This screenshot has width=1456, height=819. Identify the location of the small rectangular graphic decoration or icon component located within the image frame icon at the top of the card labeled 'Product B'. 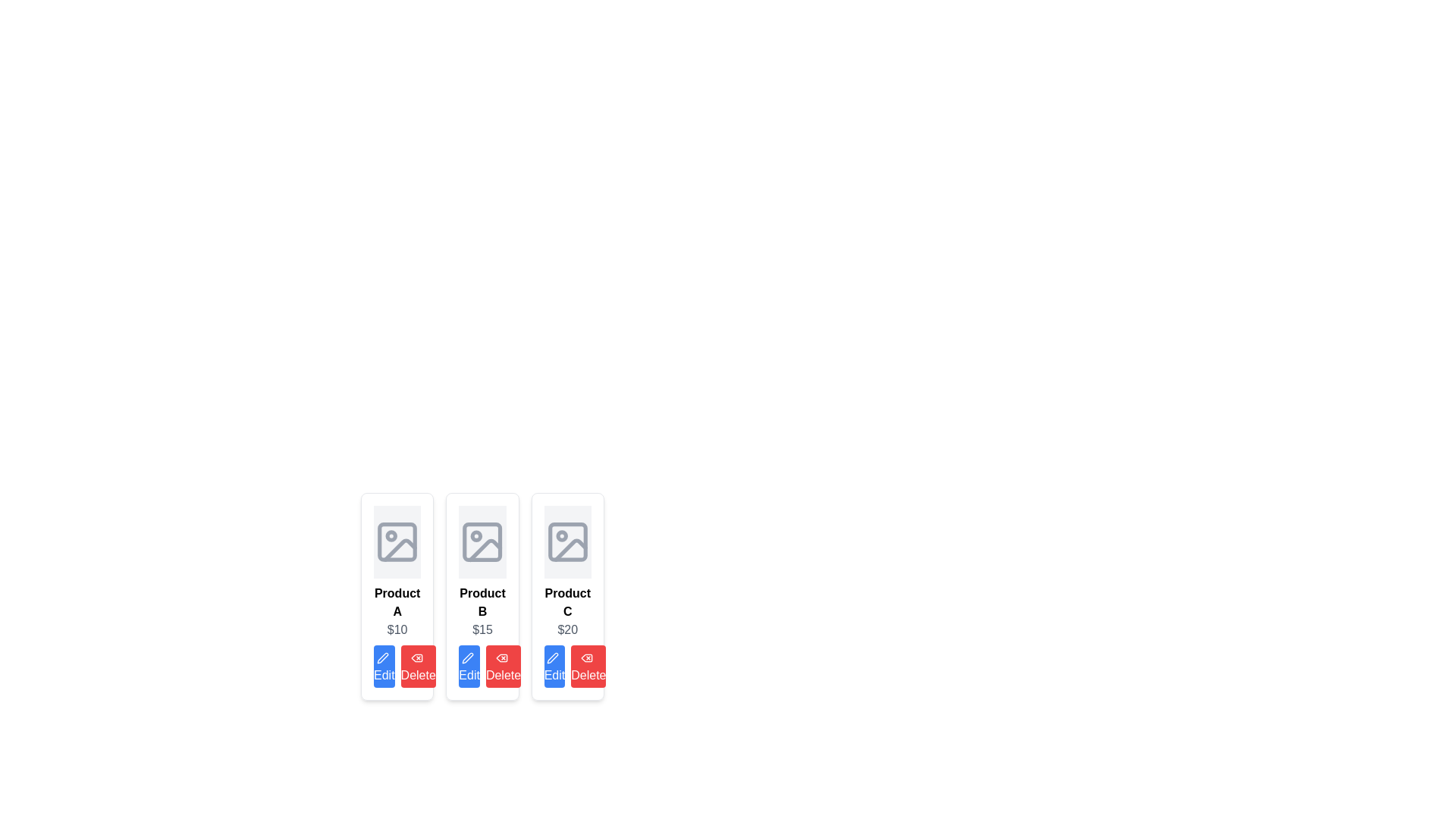
(482, 541).